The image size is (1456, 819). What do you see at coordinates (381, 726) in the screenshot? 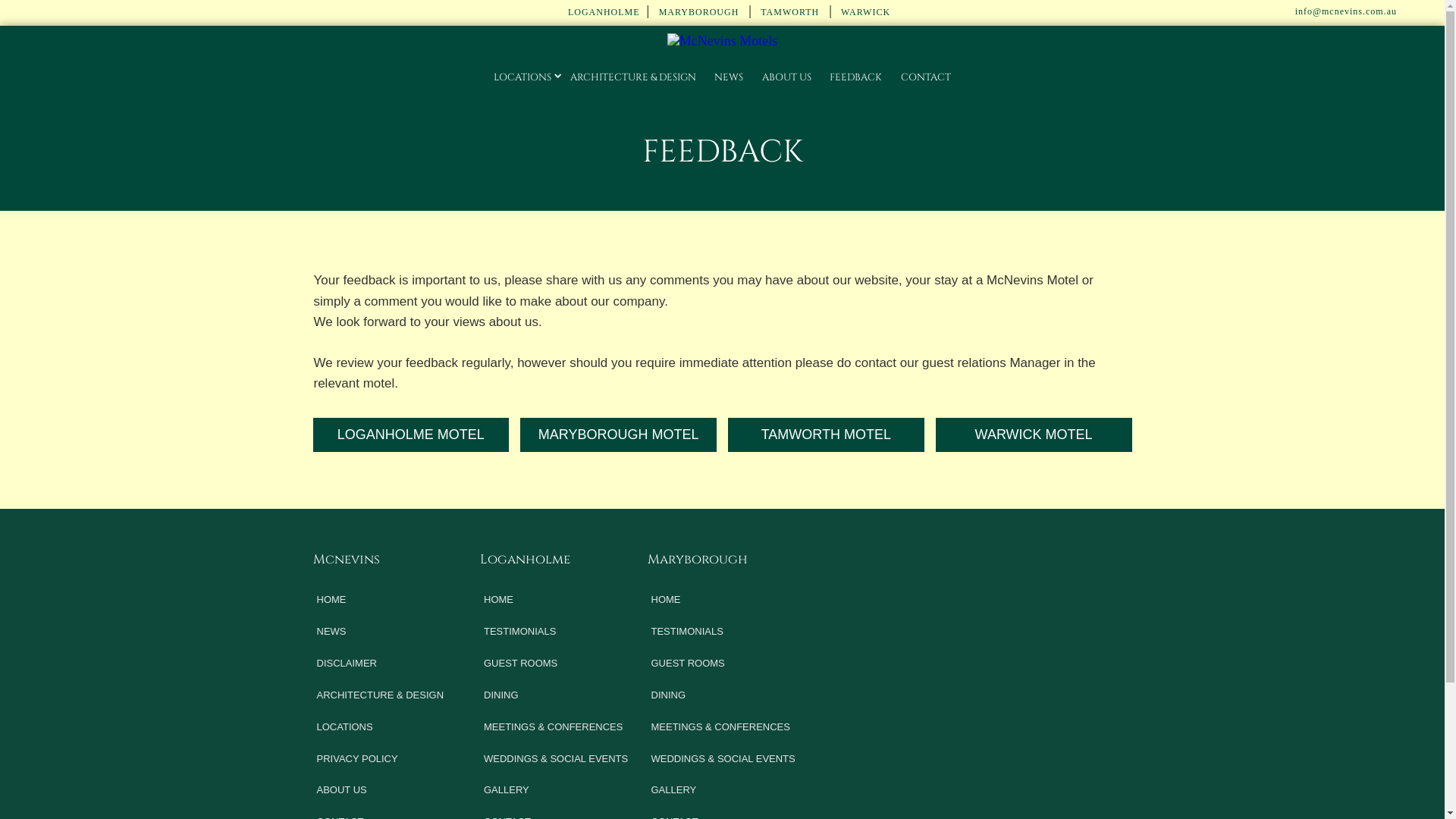
I see `'LOCATIONS'` at bounding box center [381, 726].